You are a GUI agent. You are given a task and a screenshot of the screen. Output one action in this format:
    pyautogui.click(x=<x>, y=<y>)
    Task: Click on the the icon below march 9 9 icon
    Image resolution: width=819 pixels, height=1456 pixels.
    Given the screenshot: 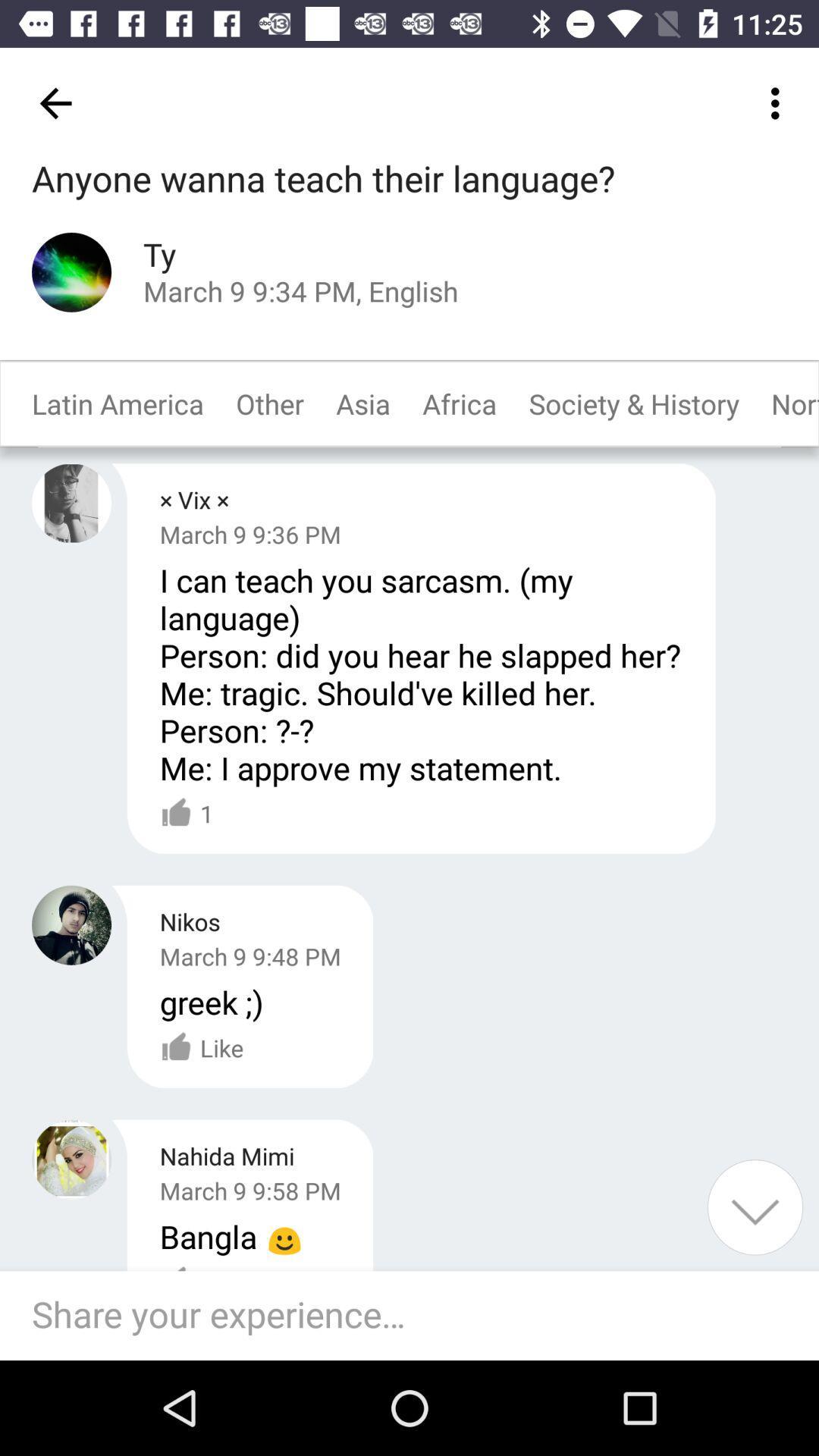 What is the action you would take?
    pyautogui.click(x=211, y=1002)
    